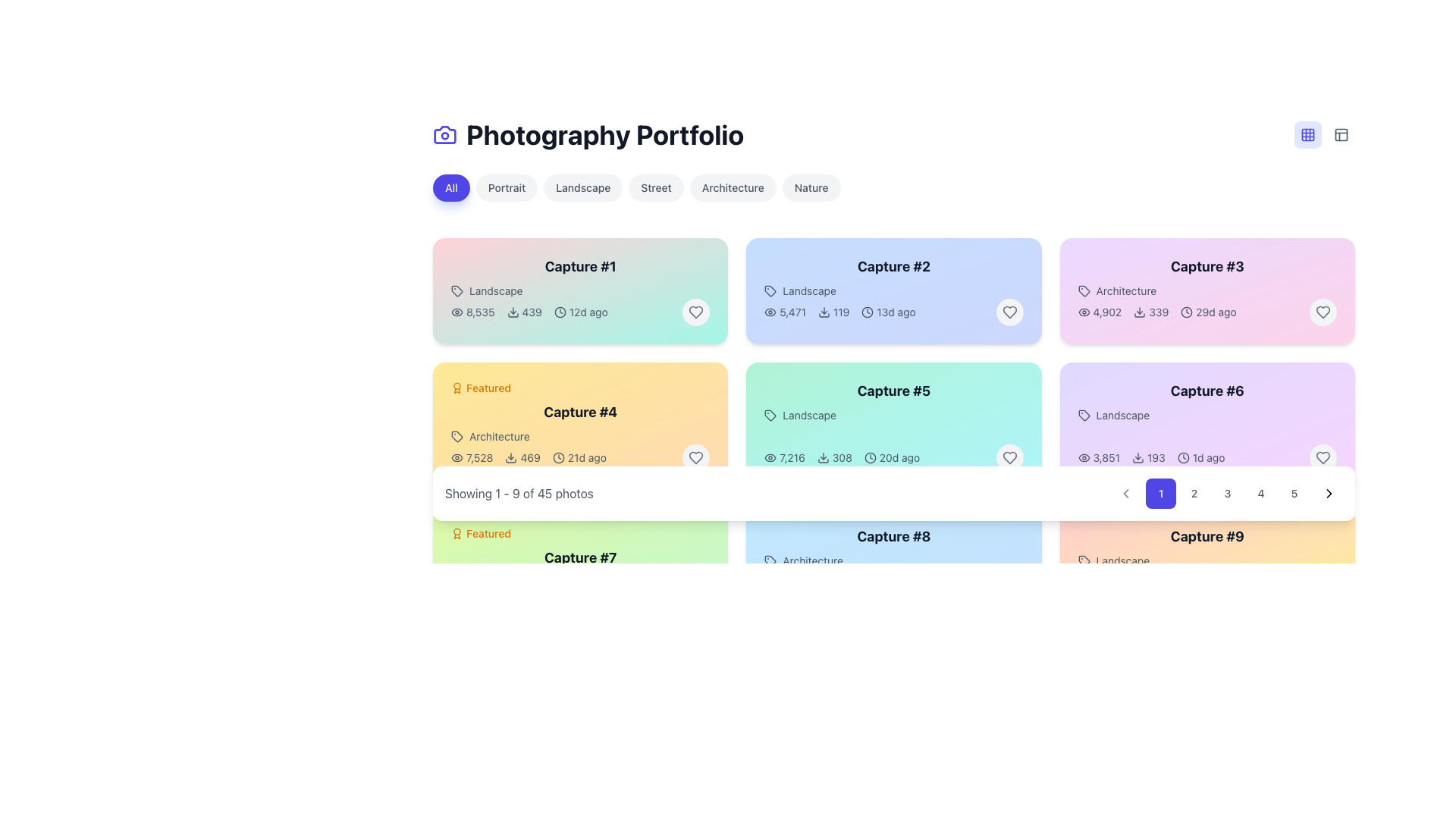  Describe the element at coordinates (579, 312) in the screenshot. I see `text displayed in the metadata section of 'Capture #1', located towards the right end of the top-left card in the gallery grid` at that location.